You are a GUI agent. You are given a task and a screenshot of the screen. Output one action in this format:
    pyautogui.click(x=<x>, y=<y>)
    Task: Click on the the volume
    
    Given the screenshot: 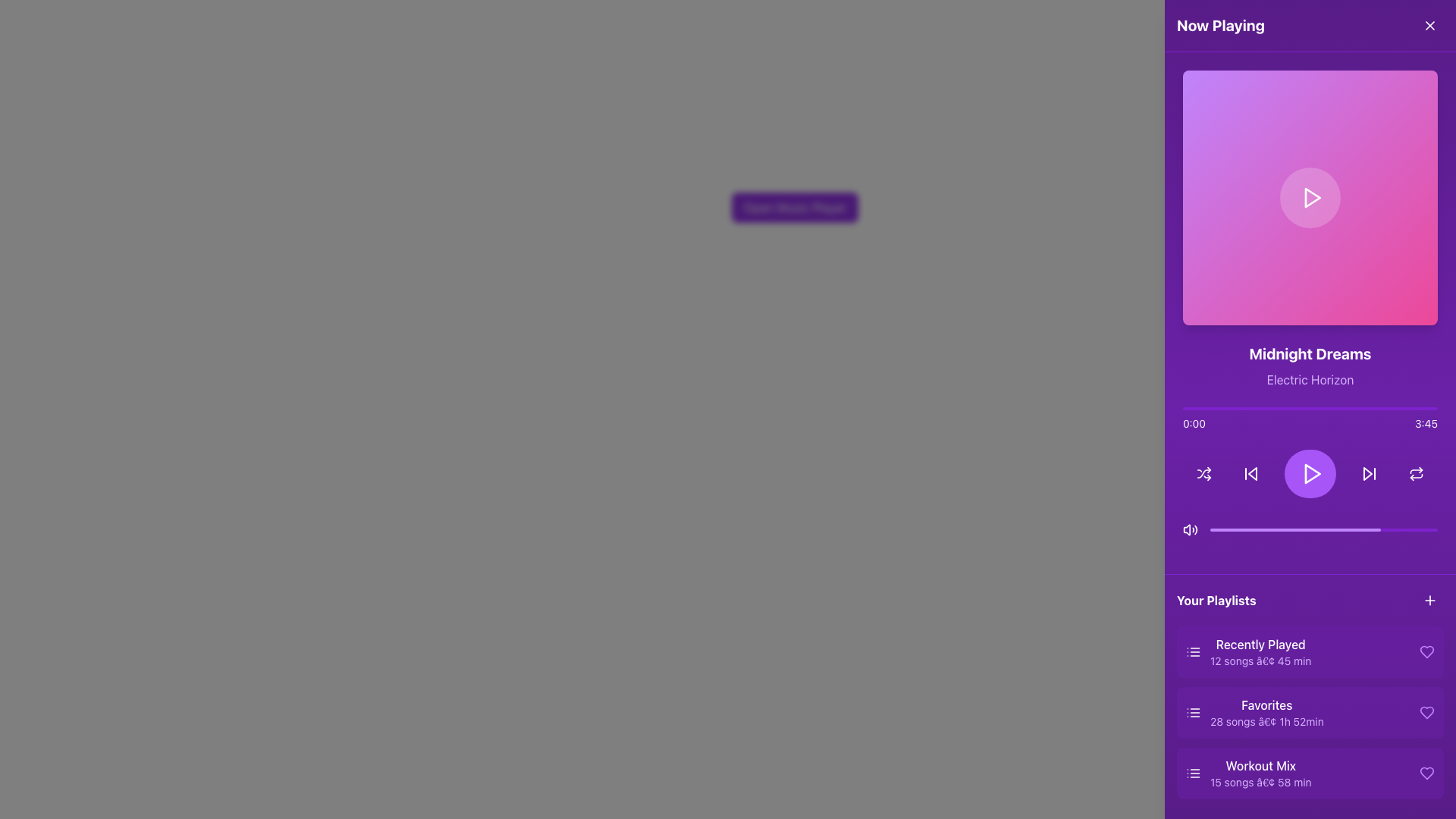 What is the action you would take?
    pyautogui.click(x=1387, y=529)
    